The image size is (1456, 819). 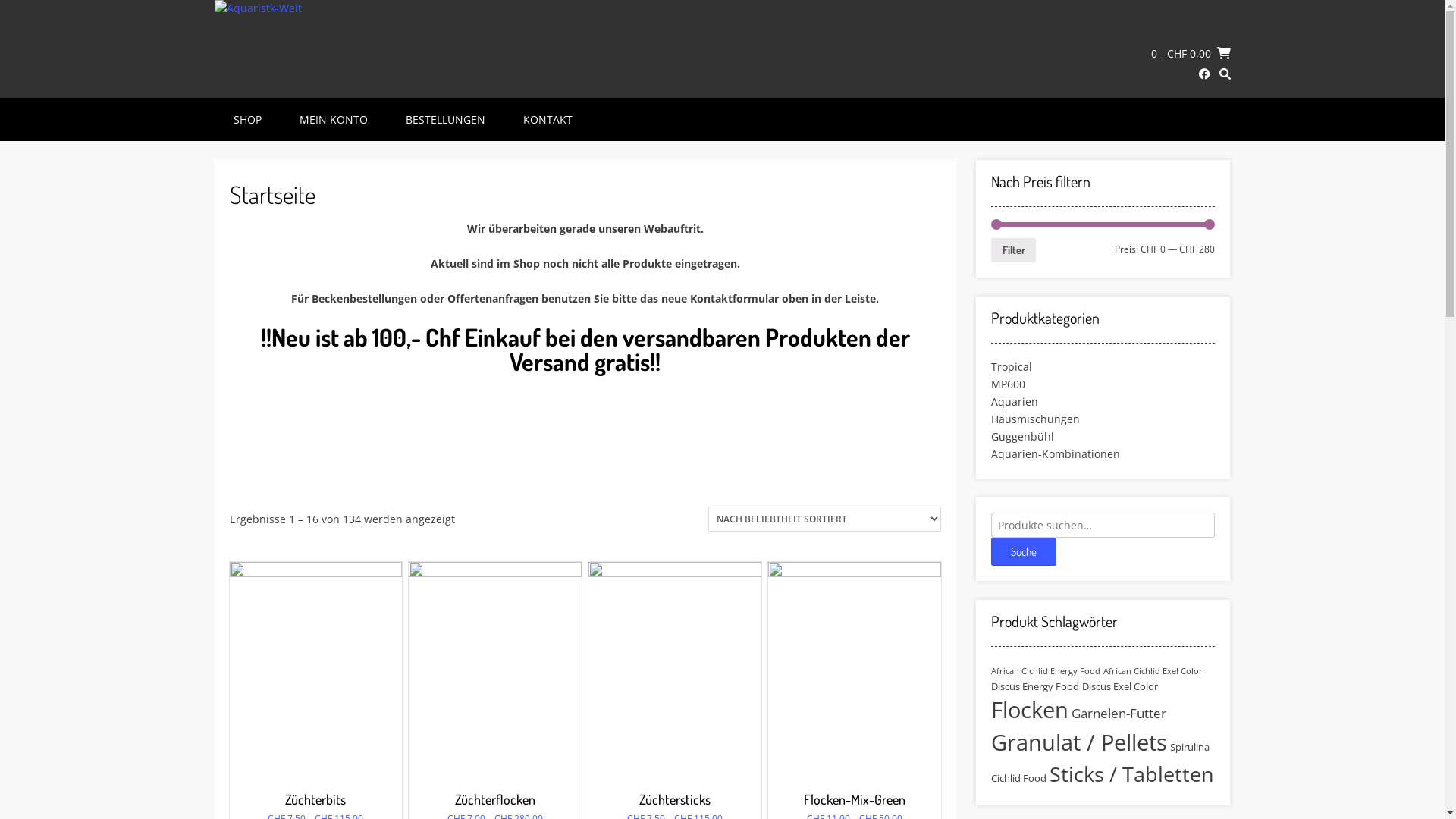 I want to click on 'BESTELLUNGEN', so click(x=444, y=118).